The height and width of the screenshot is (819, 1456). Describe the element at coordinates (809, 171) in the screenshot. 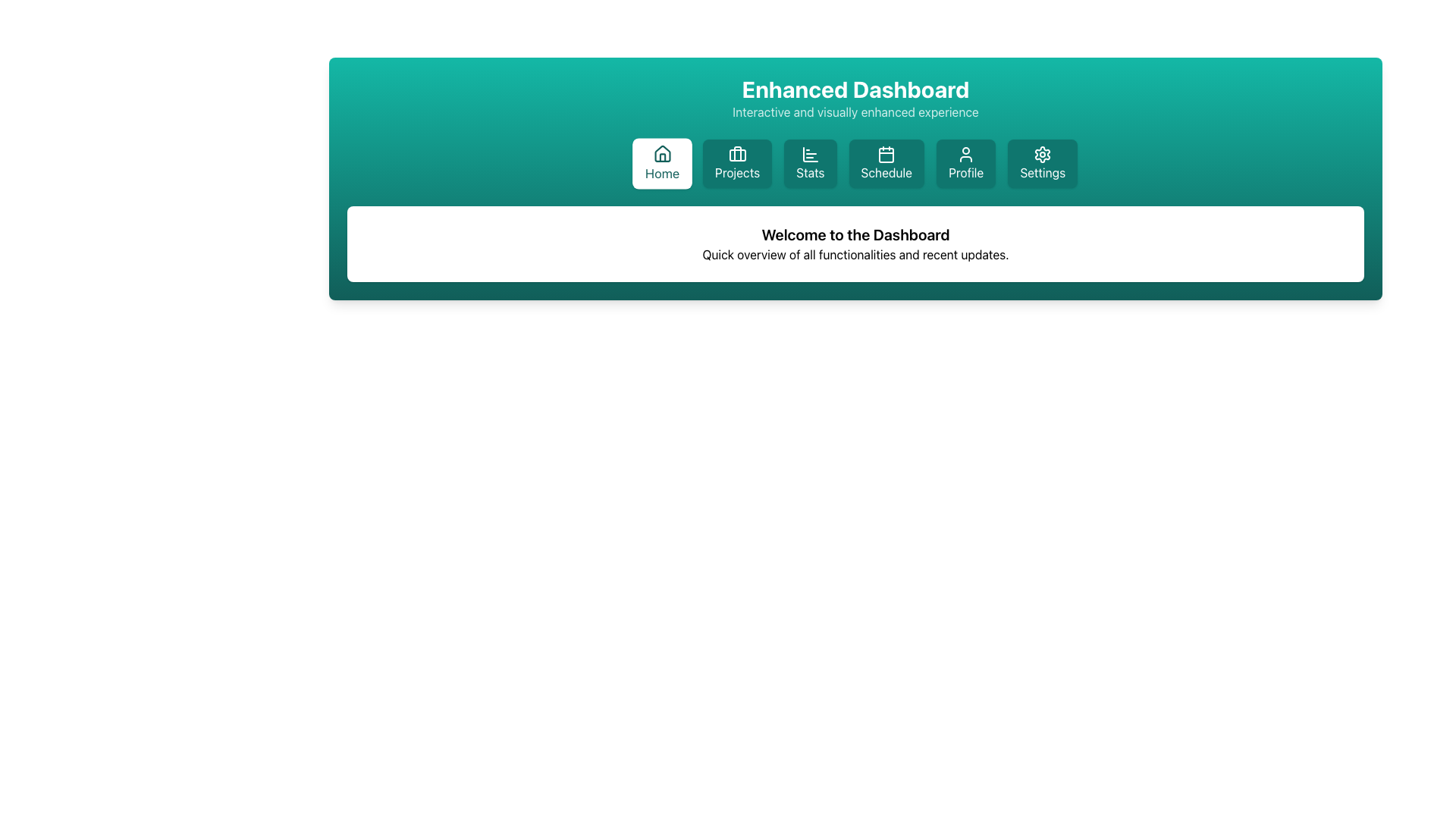

I see `the 'Stats' text label, which is part of the navigation button group` at that location.